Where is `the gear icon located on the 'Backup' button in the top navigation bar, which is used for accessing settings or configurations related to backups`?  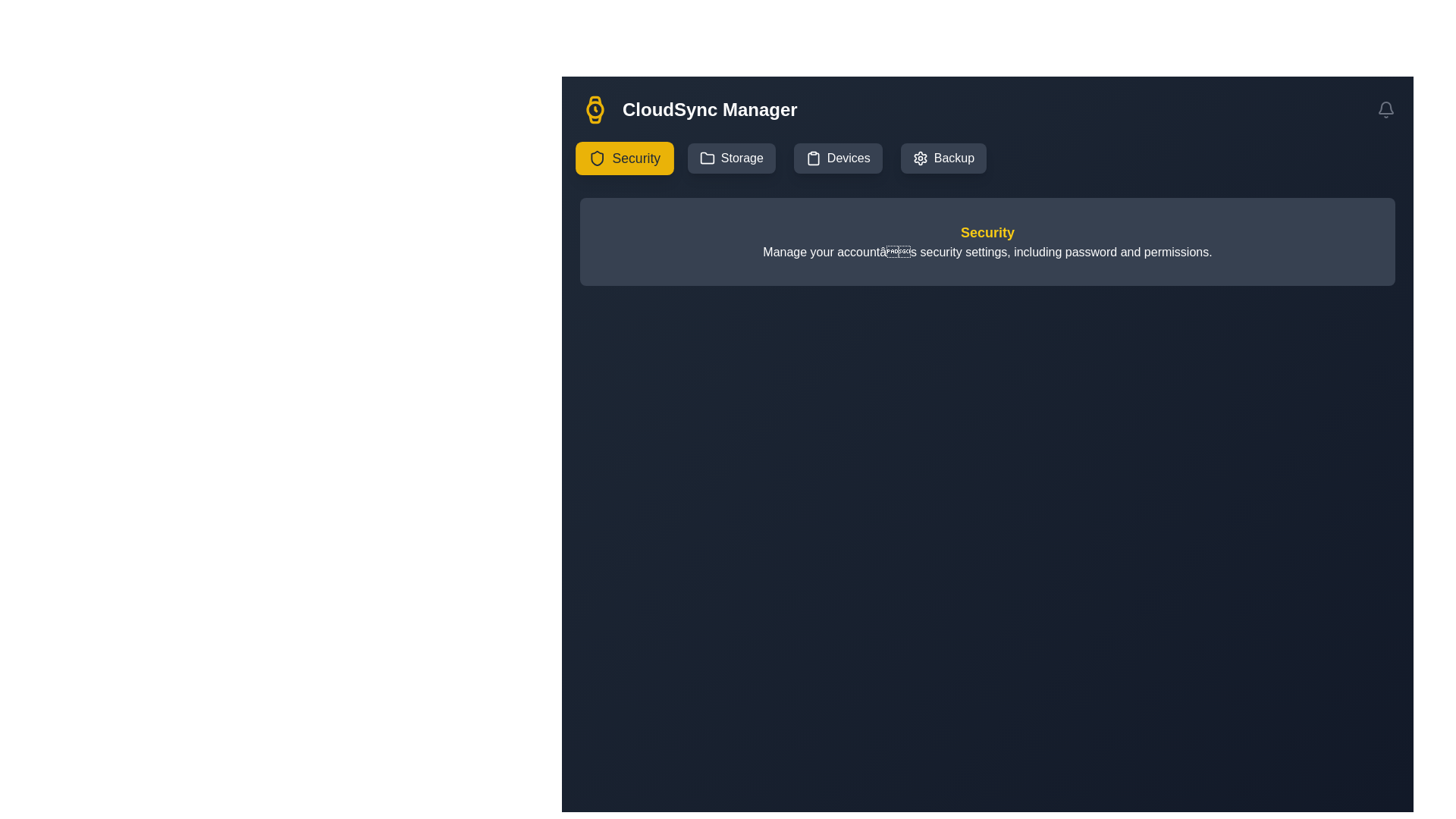 the gear icon located on the 'Backup' button in the top navigation bar, which is used for accessing settings or configurations related to backups is located at coordinates (919, 158).